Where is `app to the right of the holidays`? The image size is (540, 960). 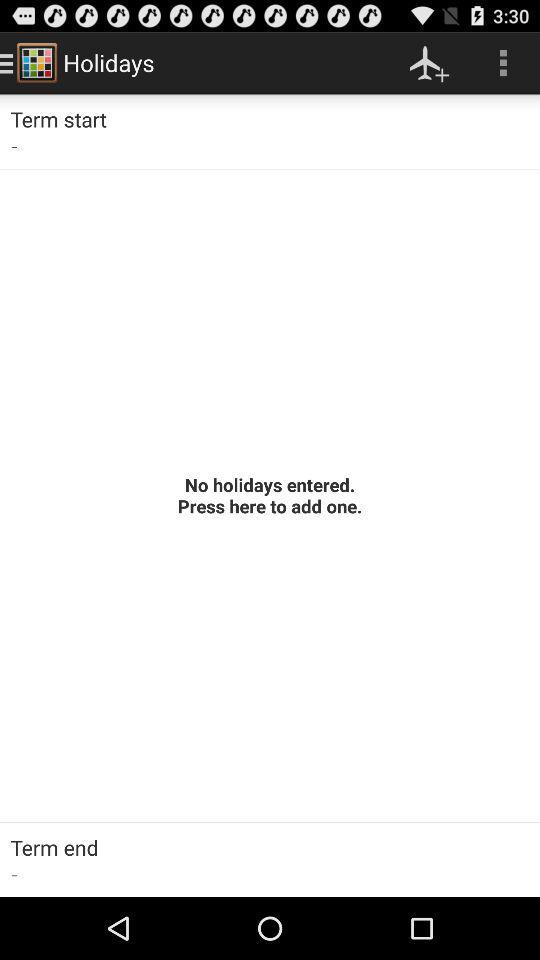
app to the right of the holidays is located at coordinates (428, 62).